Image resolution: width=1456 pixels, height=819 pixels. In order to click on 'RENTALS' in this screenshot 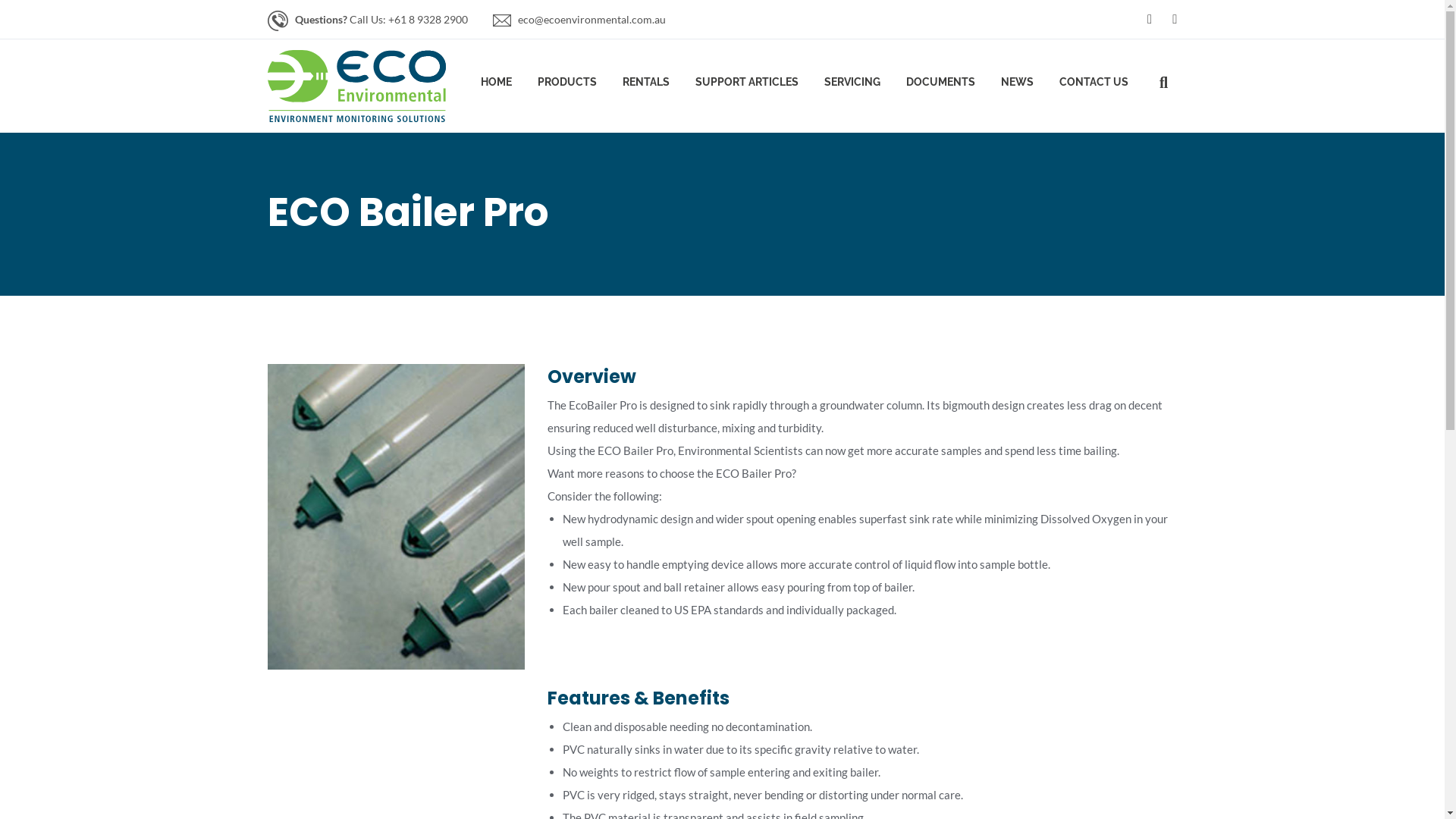, I will do `click(645, 86)`.